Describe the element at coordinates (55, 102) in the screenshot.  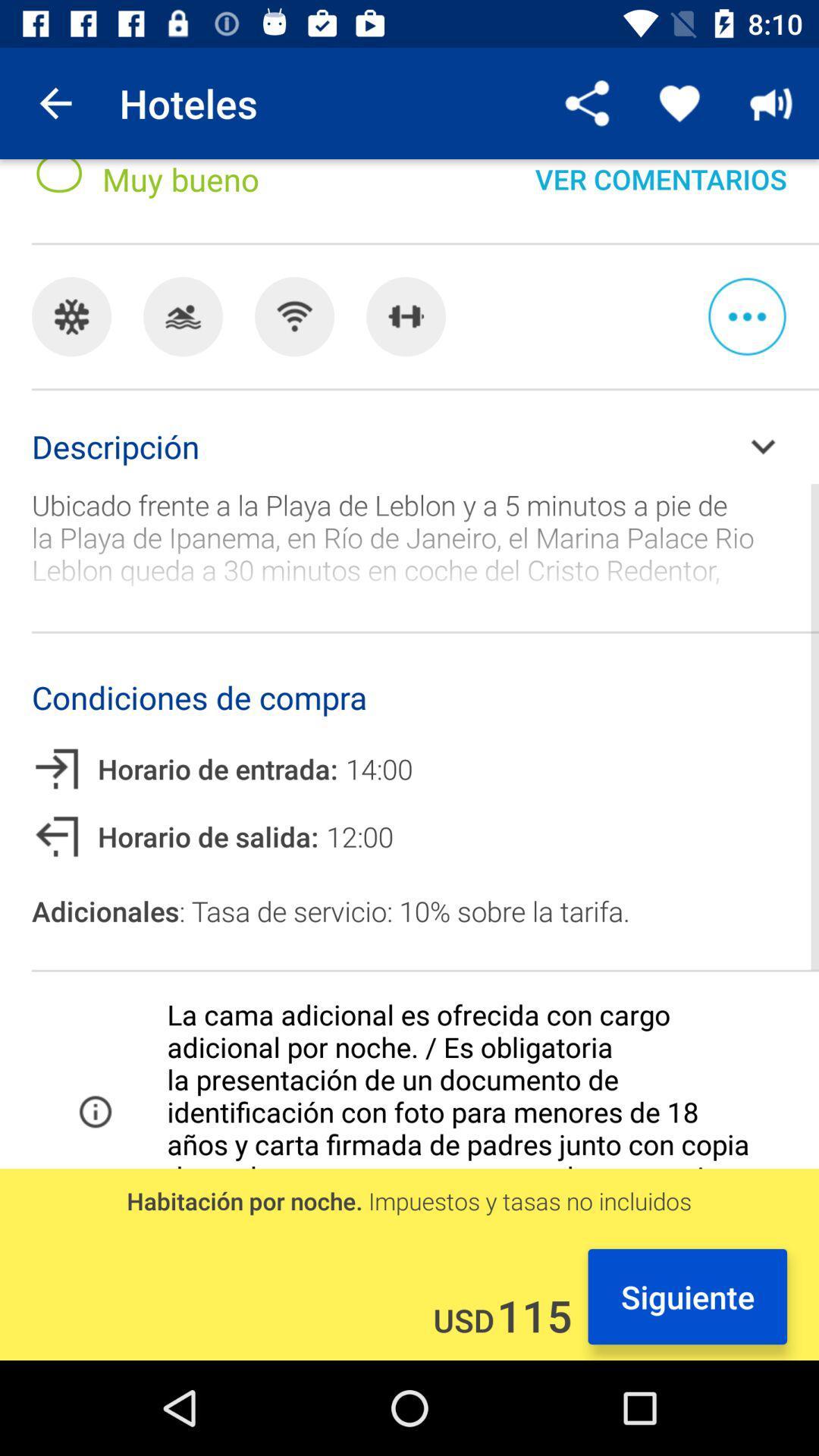
I see `icon to the left of the hoteles icon` at that location.